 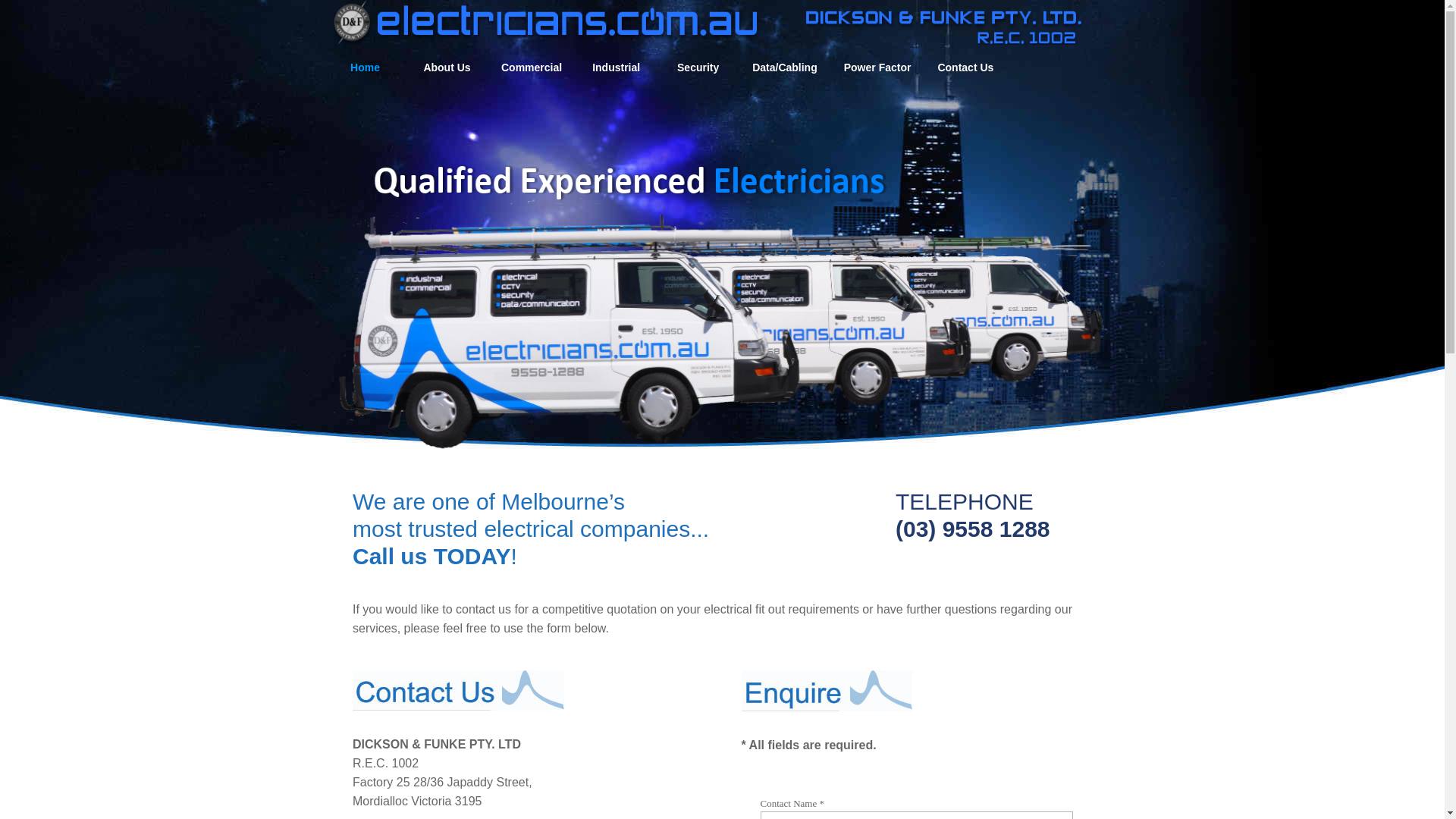 I want to click on 'About Us', so click(x=446, y=67).